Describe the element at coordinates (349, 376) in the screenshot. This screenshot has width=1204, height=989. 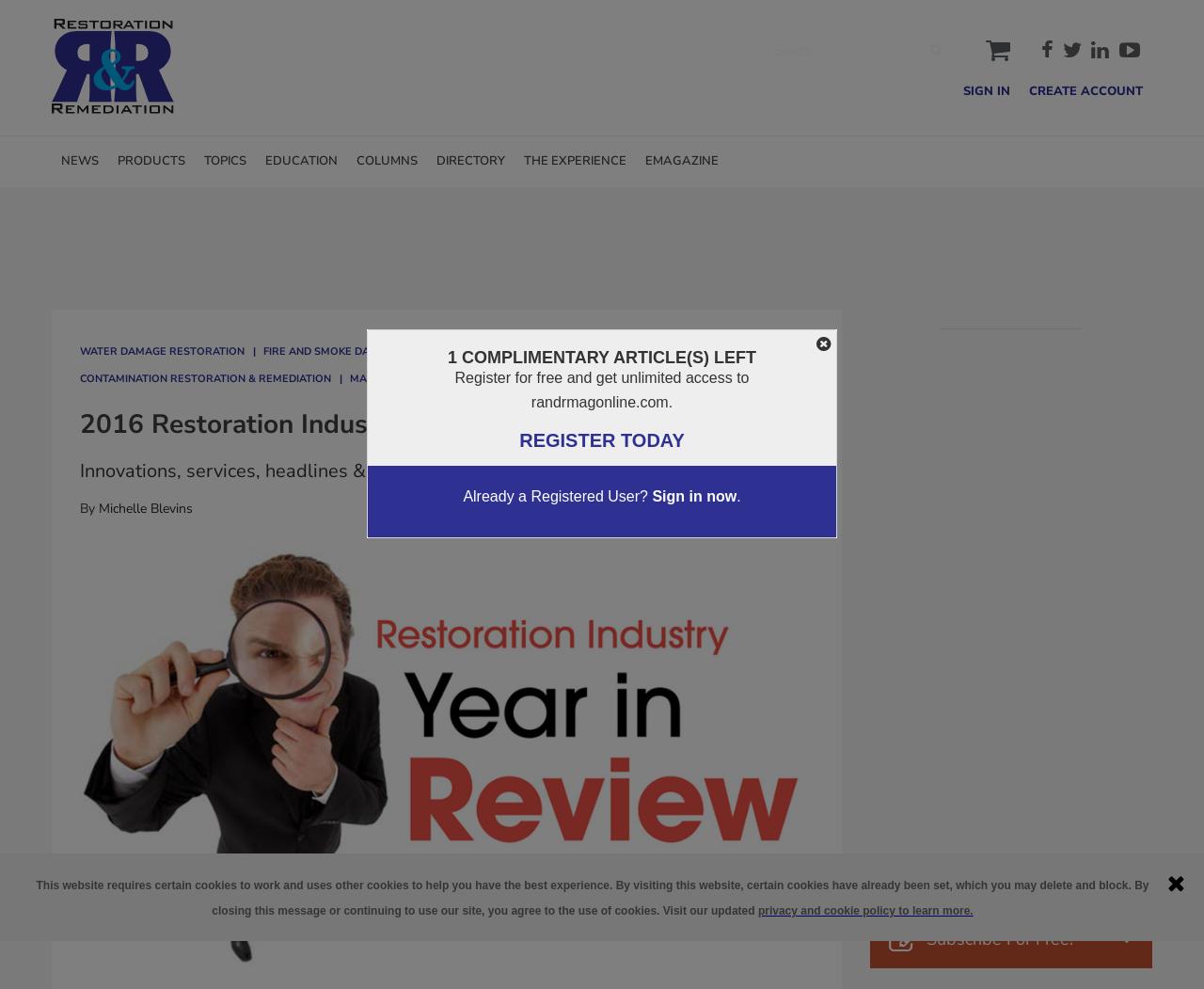
I see `'Managing Your Restoration Business'` at that location.